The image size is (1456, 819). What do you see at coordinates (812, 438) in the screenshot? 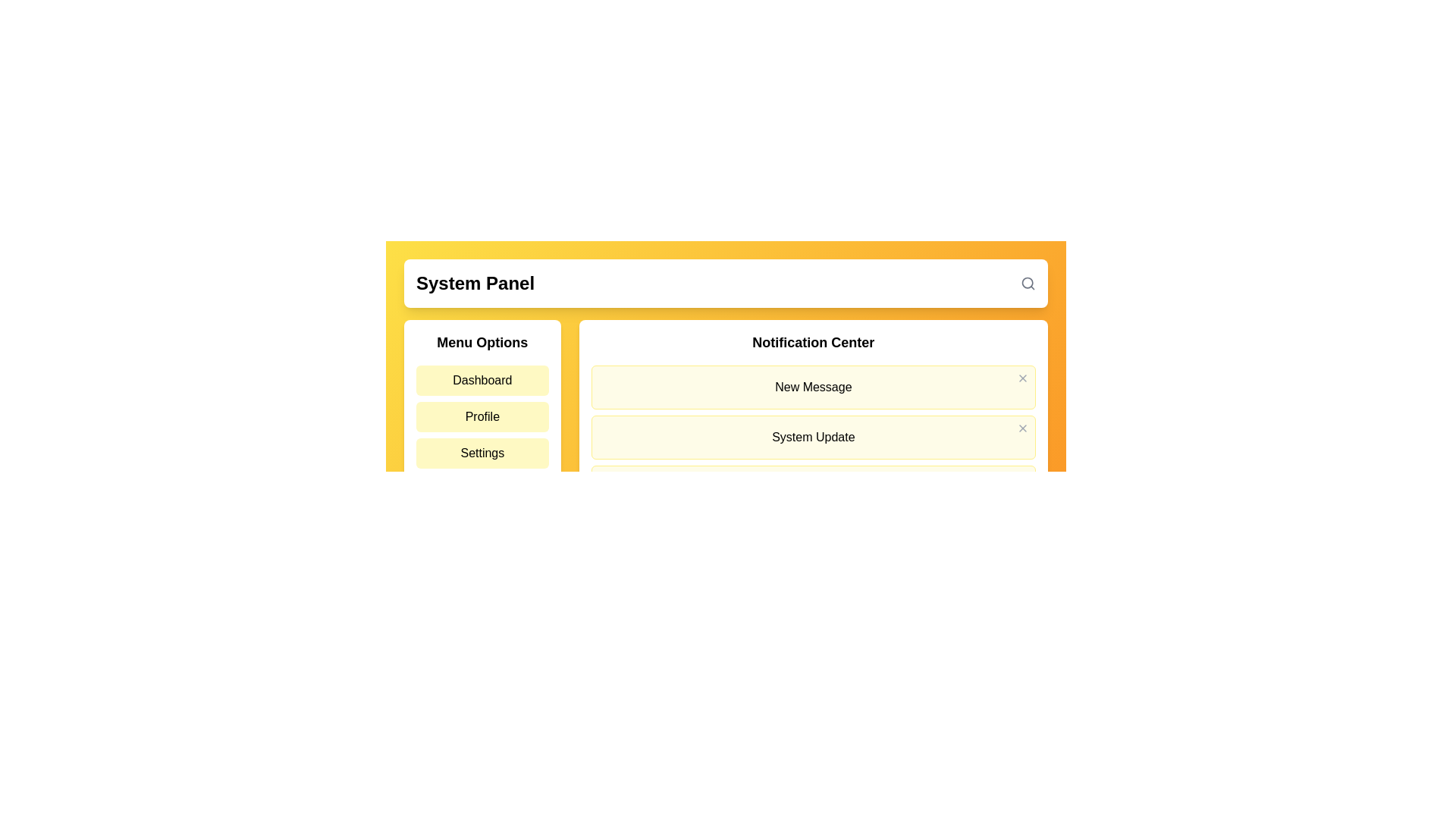
I see `the second notification card displaying a 'System Update' message in the Notification Center` at bounding box center [812, 438].